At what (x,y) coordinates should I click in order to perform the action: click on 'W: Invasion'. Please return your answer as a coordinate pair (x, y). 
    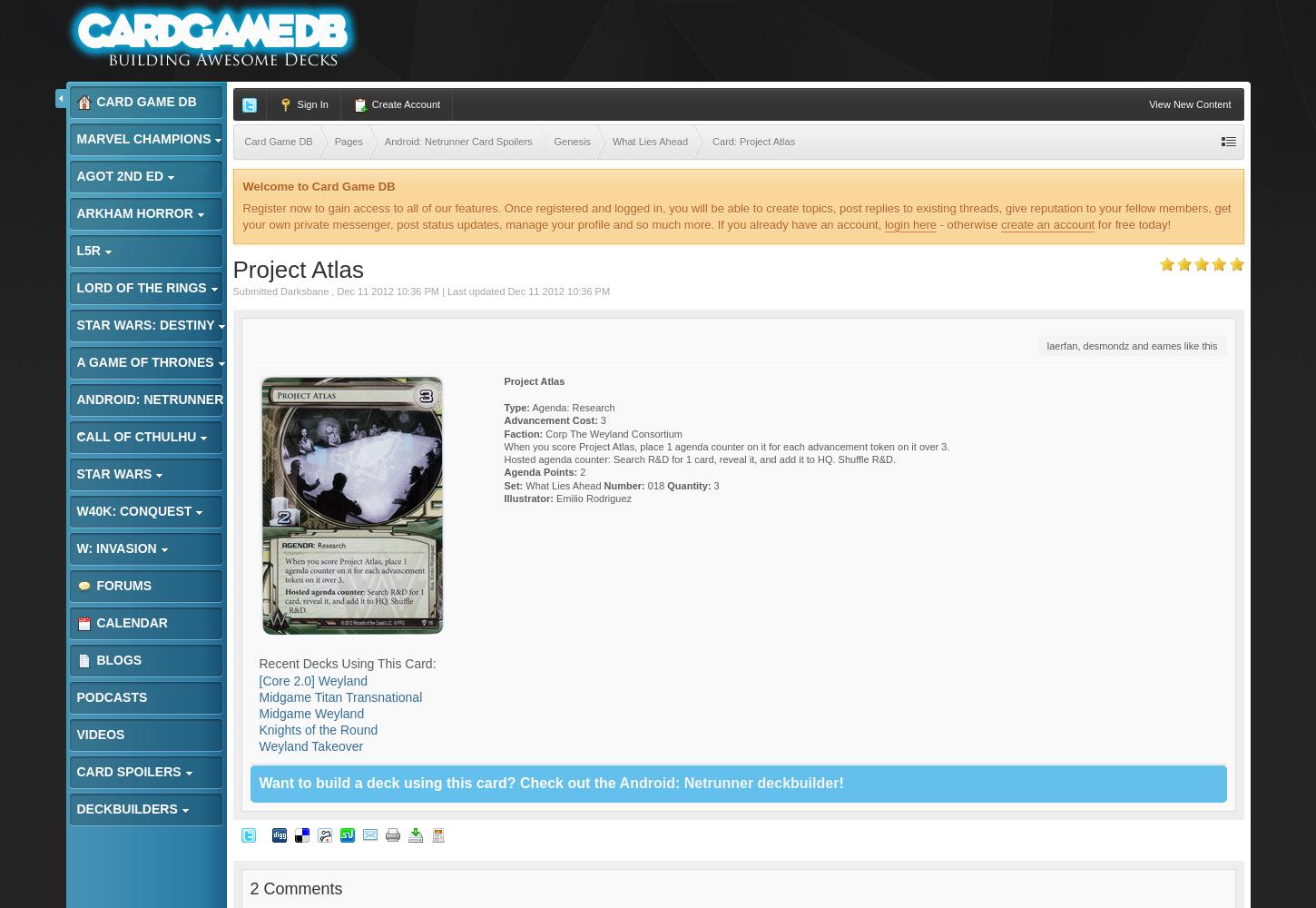
    Looking at the image, I should click on (75, 548).